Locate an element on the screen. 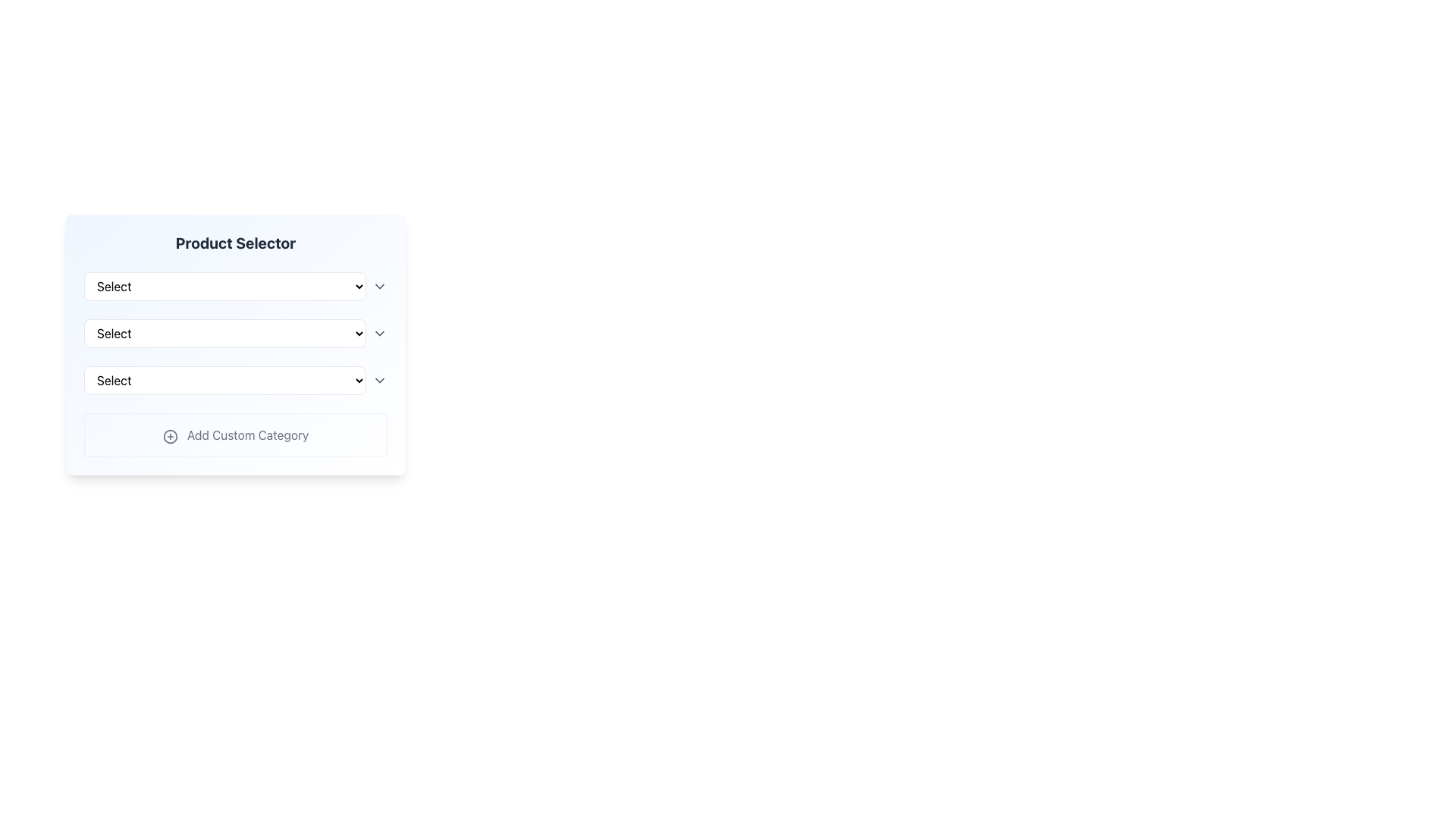  the second dropdown menu located under the 'Product Selector' section is located at coordinates (235, 332).